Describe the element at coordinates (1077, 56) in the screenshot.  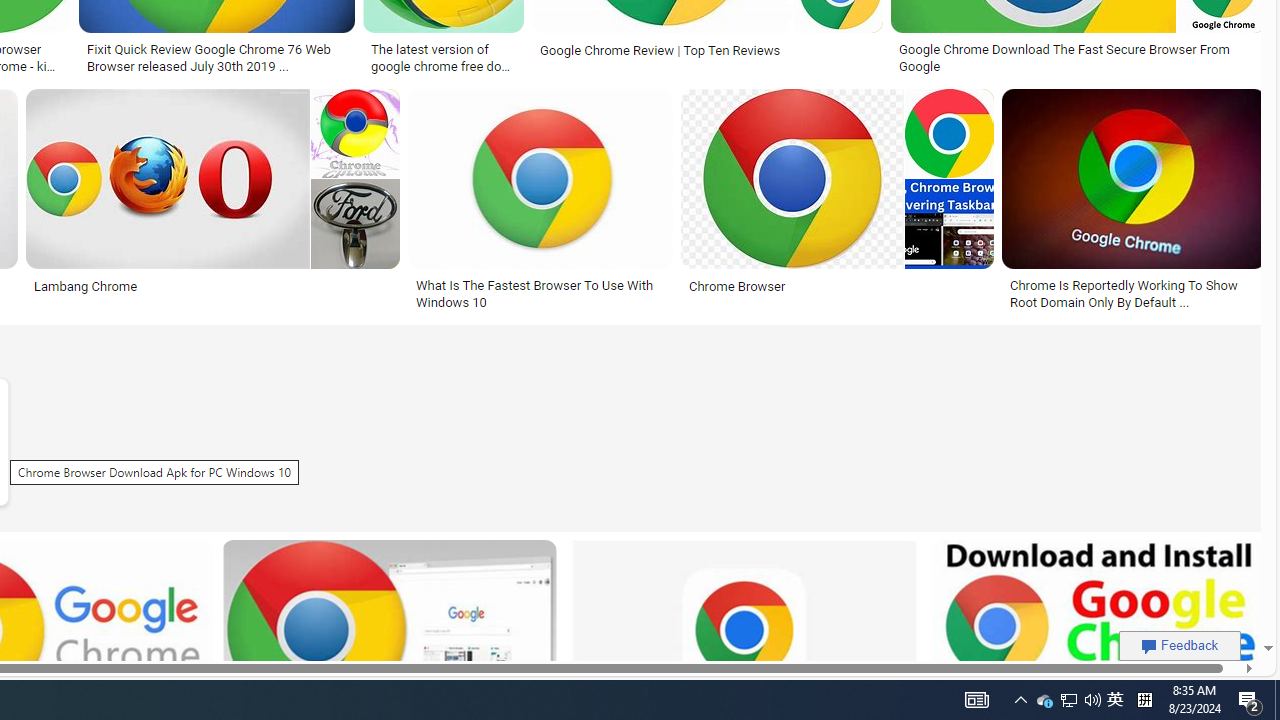
I see `'Google Chrome Download The Fast Secure Browser From Google'` at that location.